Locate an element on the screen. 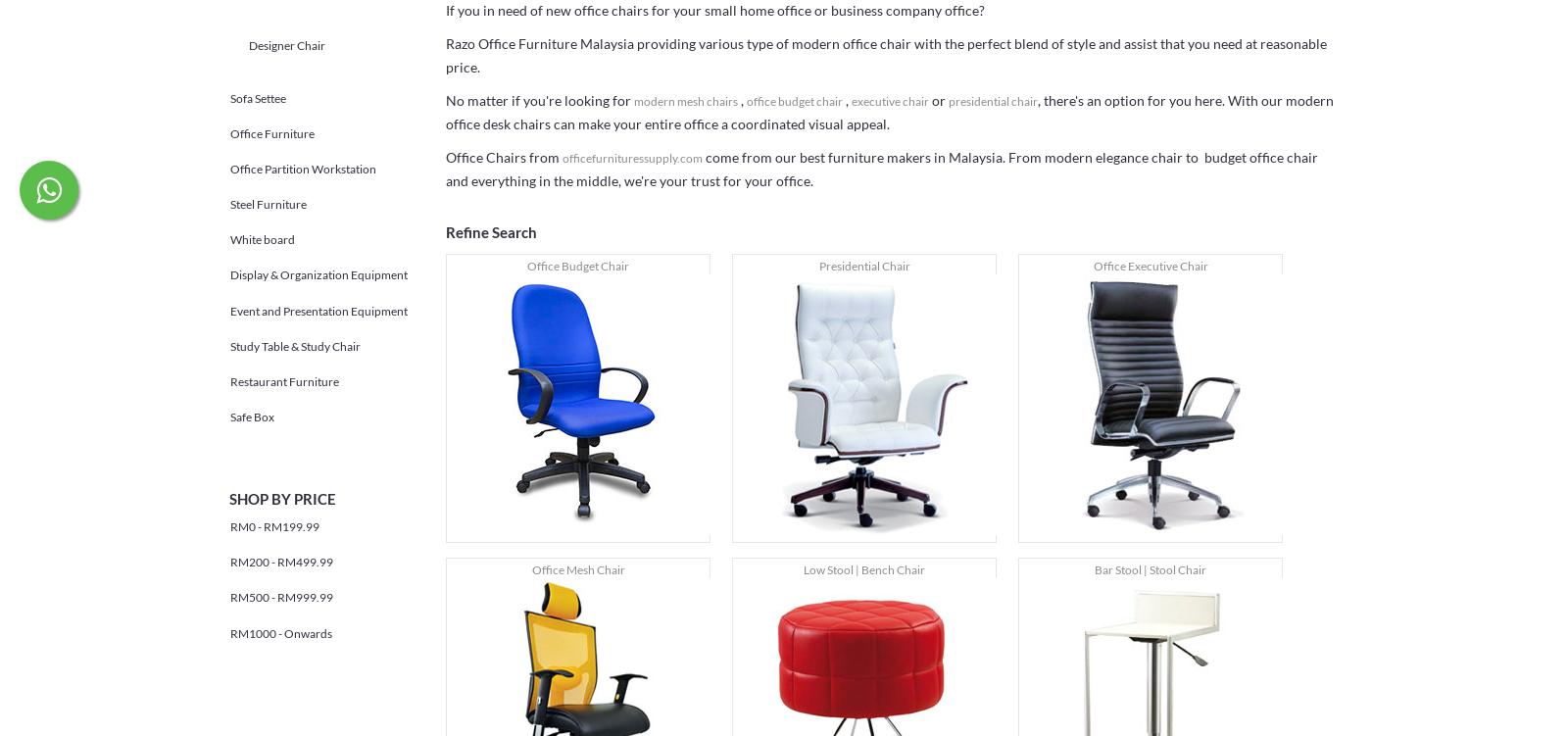  'RM1000 - Onwards' is located at coordinates (230, 632).